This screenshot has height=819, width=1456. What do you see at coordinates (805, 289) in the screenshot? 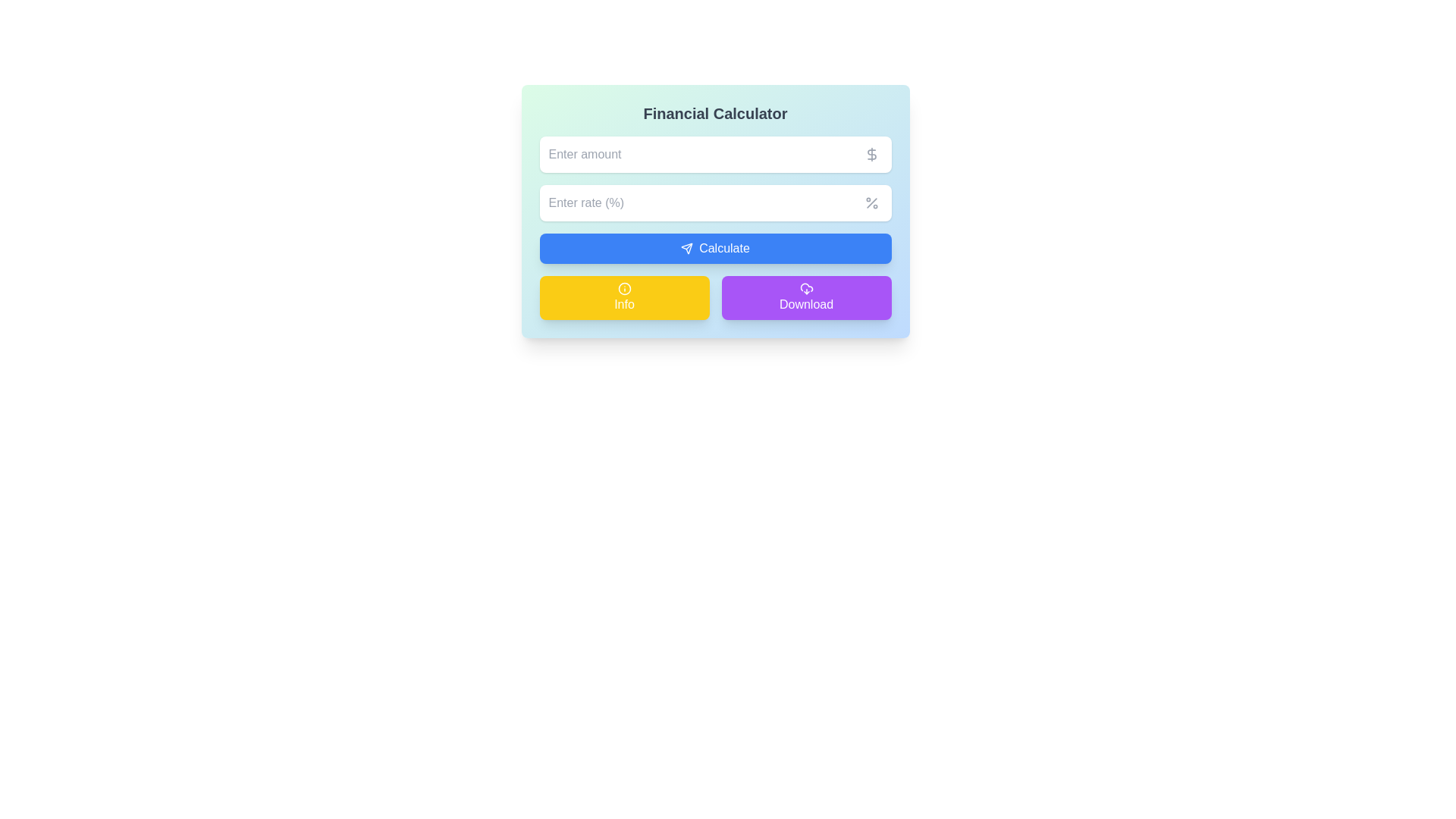
I see `the 'Download' button located at the bottom-right corner of the main panel, which contains the download icon` at bounding box center [805, 289].